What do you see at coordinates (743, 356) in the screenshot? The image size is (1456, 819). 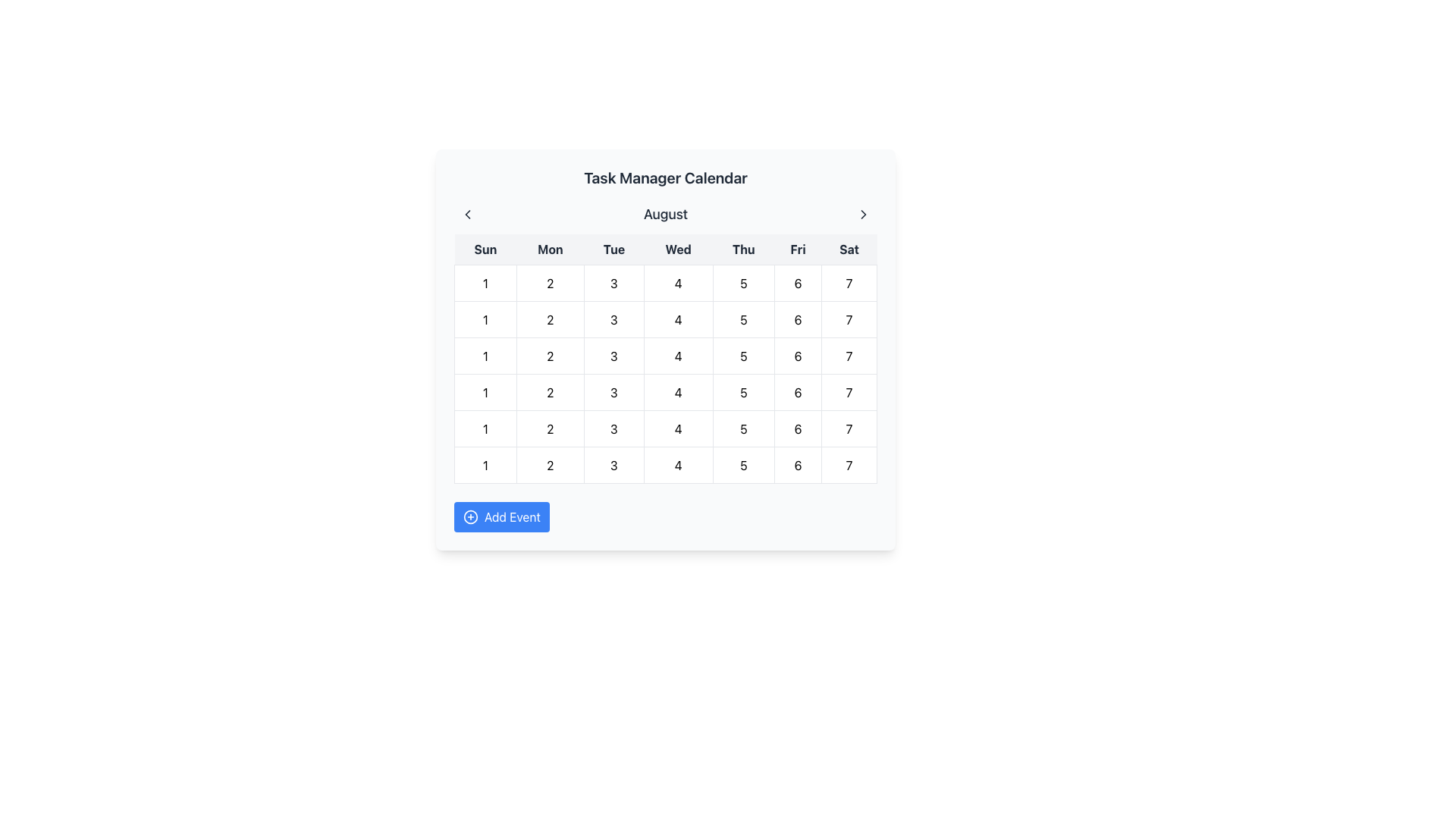 I see `the Calendar date cell representing the date '5'` at bounding box center [743, 356].